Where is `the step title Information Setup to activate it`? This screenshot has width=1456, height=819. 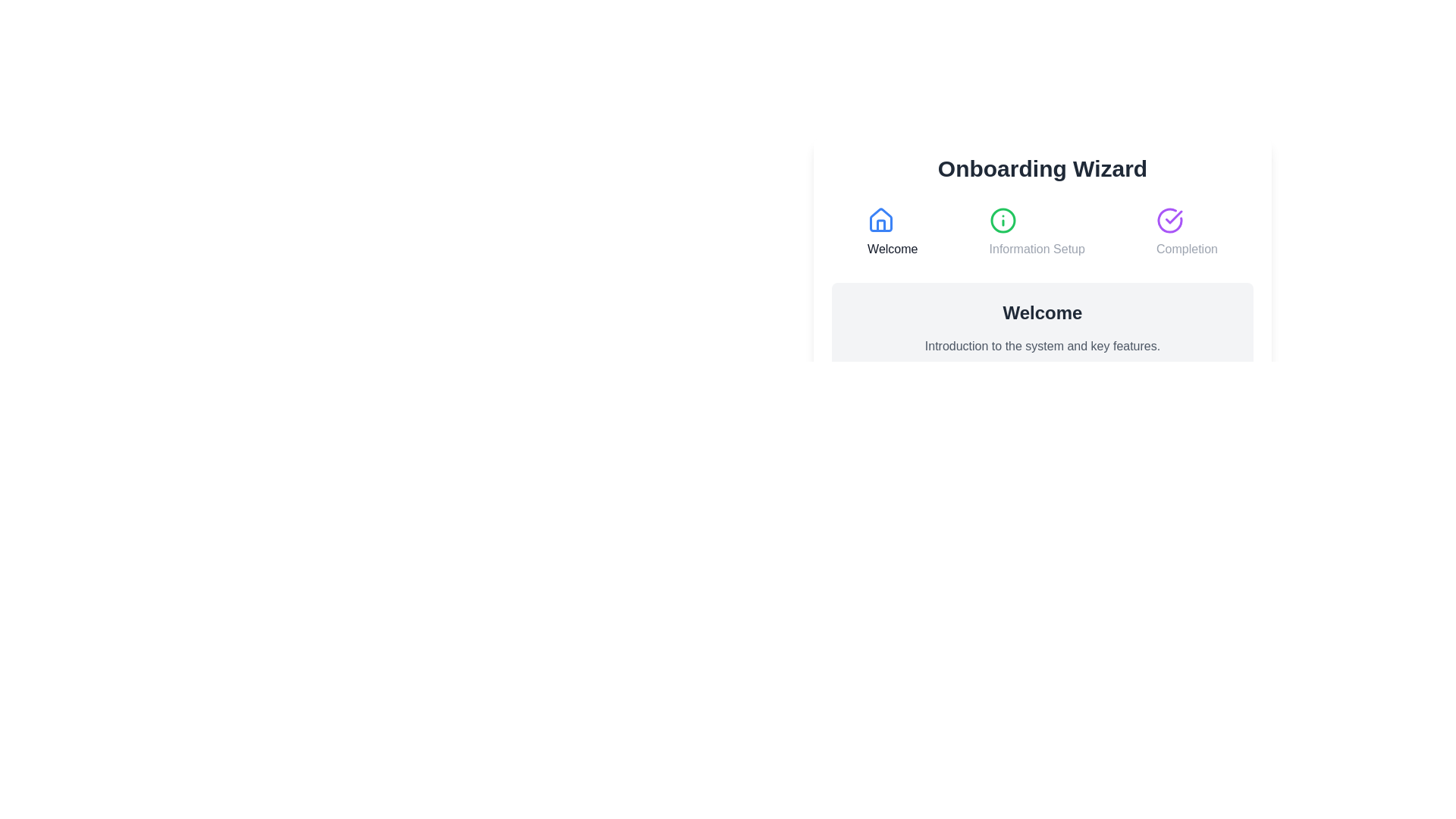 the step title Information Setup to activate it is located at coordinates (1036, 233).